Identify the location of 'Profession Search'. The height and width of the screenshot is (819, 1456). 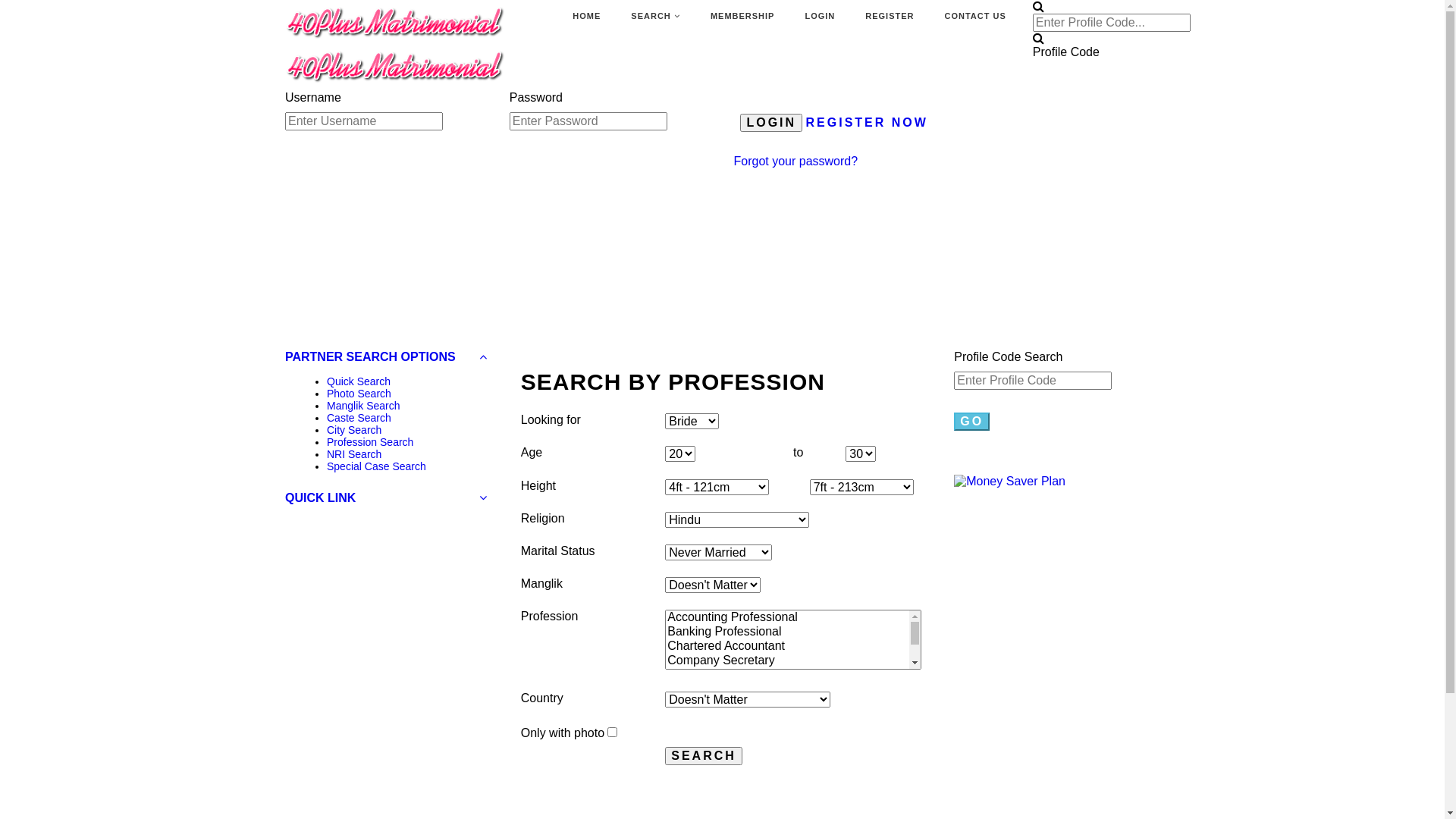
(326, 441).